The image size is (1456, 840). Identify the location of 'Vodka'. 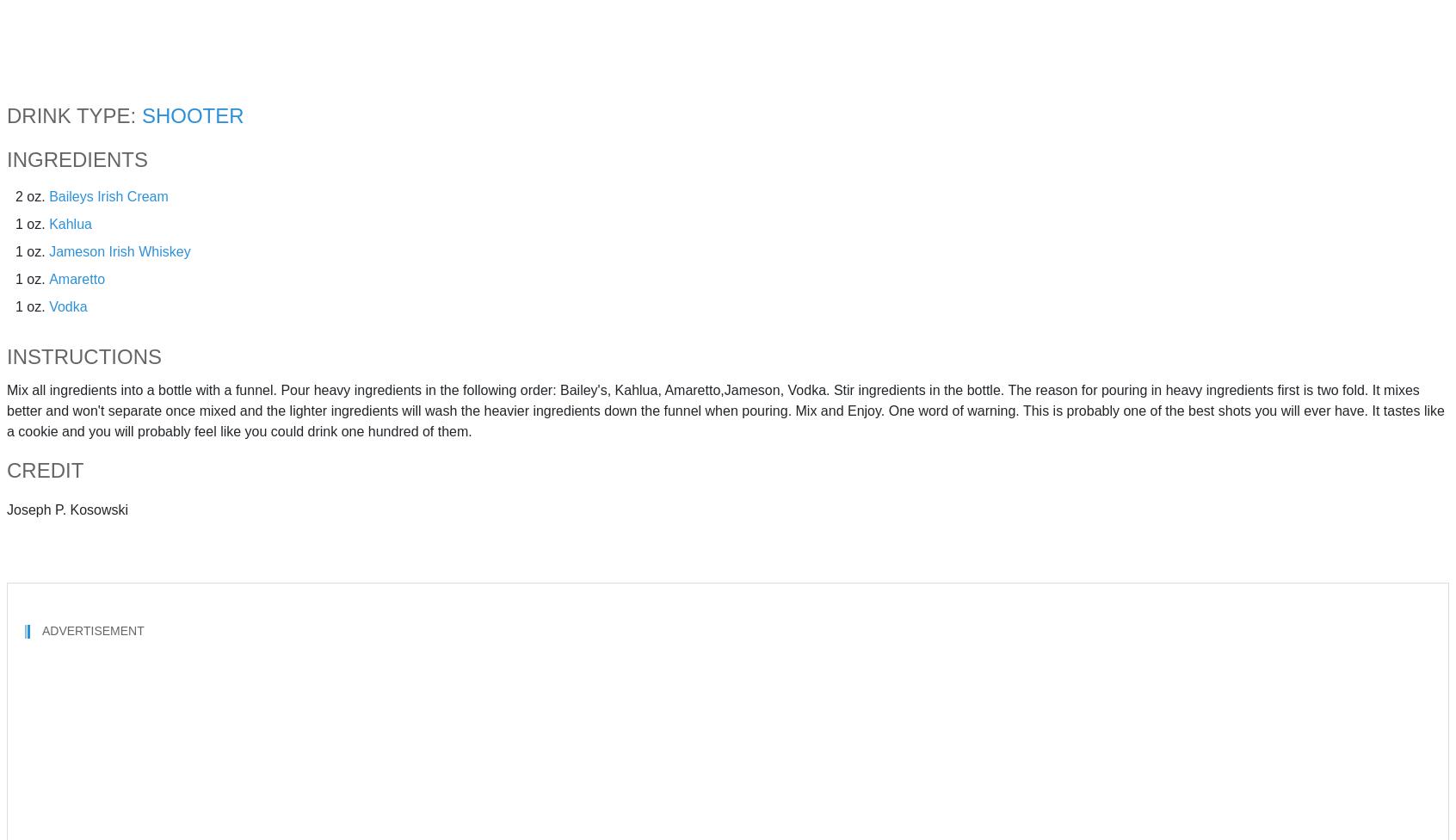
(68, 306).